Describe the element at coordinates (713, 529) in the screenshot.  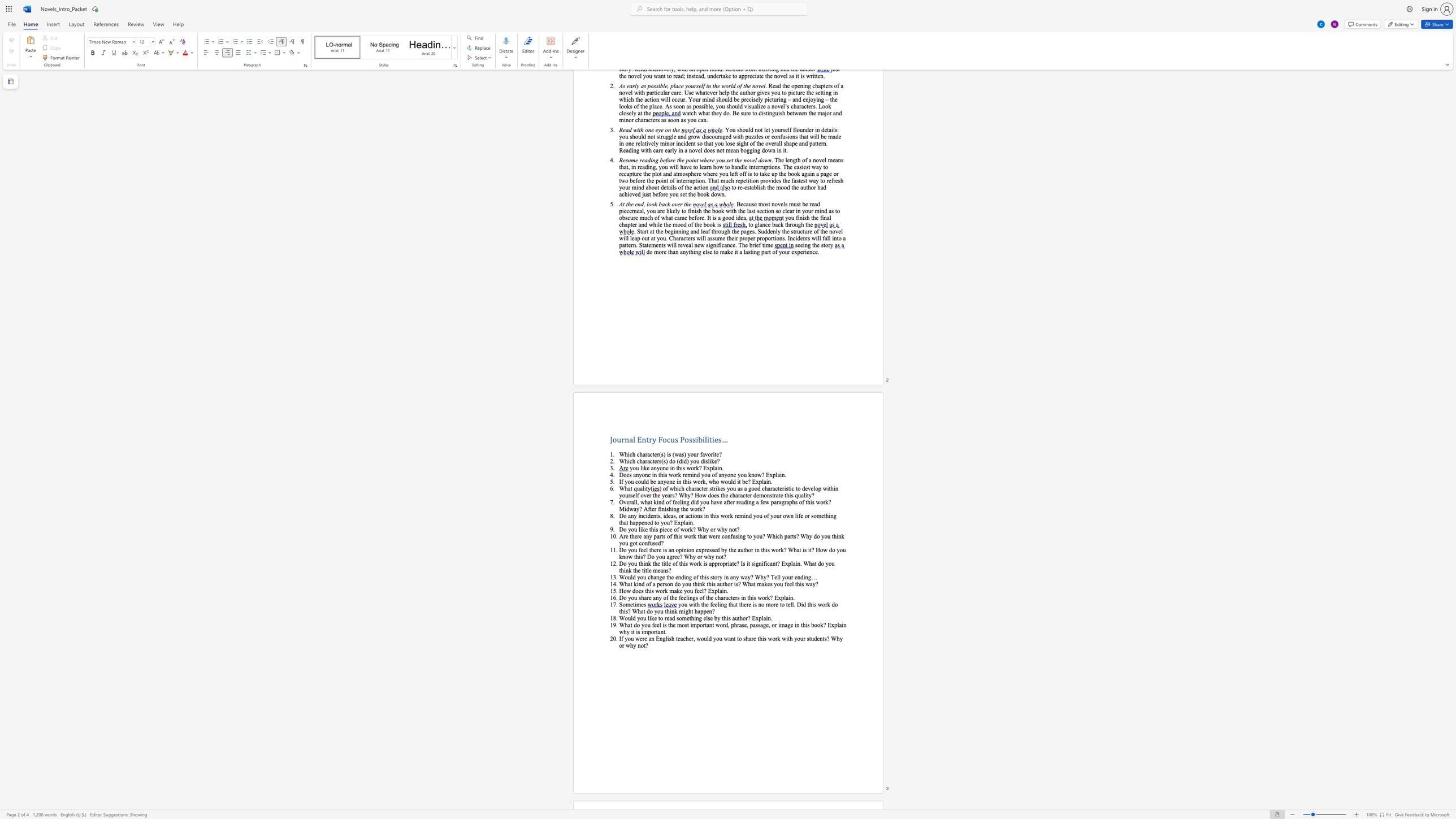
I see `the subset text "r wh" within the text "Do you like this piece of work? Why or why not?"` at that location.